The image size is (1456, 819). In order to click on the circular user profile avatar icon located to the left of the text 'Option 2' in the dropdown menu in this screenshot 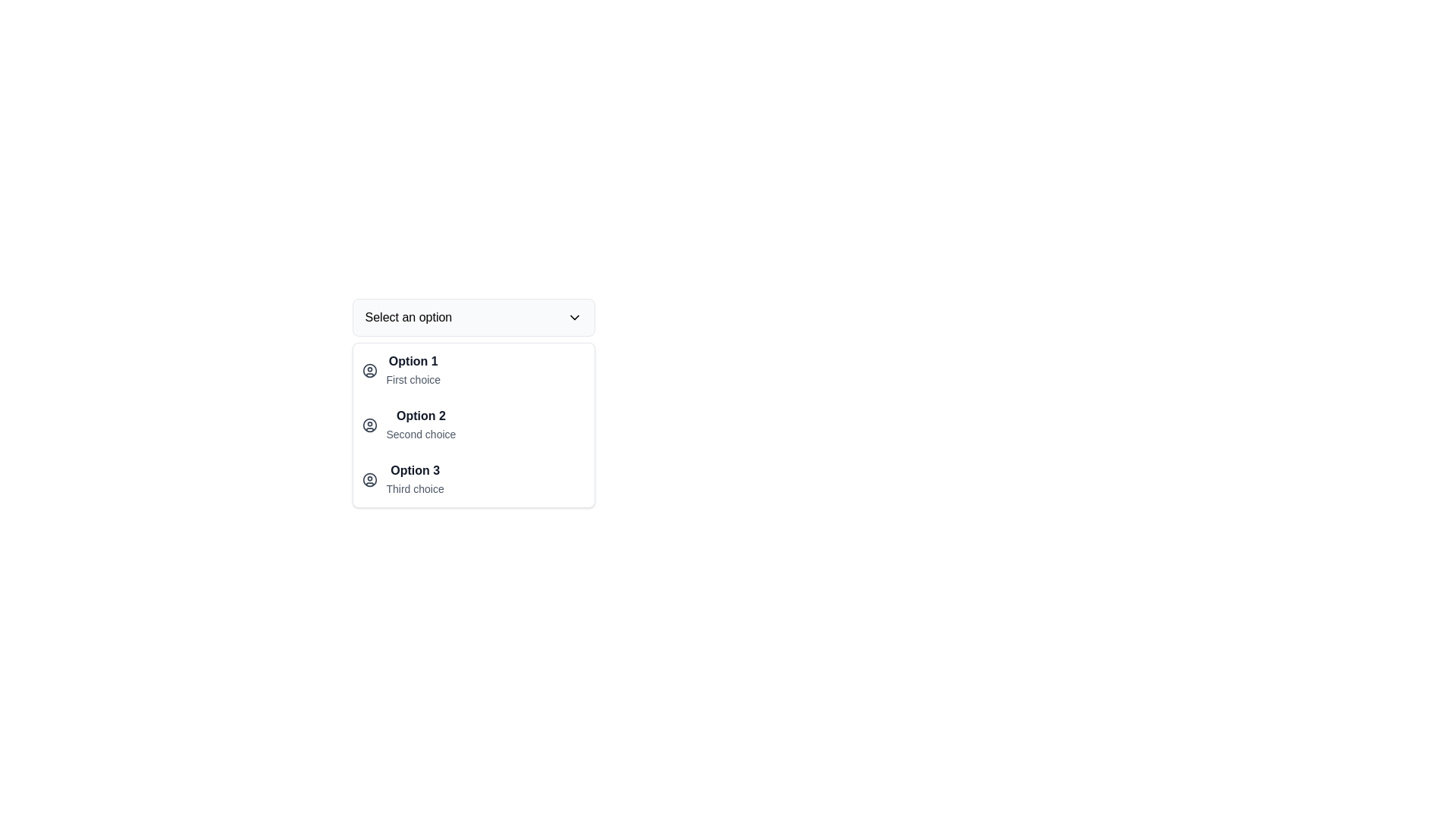, I will do `click(369, 425)`.